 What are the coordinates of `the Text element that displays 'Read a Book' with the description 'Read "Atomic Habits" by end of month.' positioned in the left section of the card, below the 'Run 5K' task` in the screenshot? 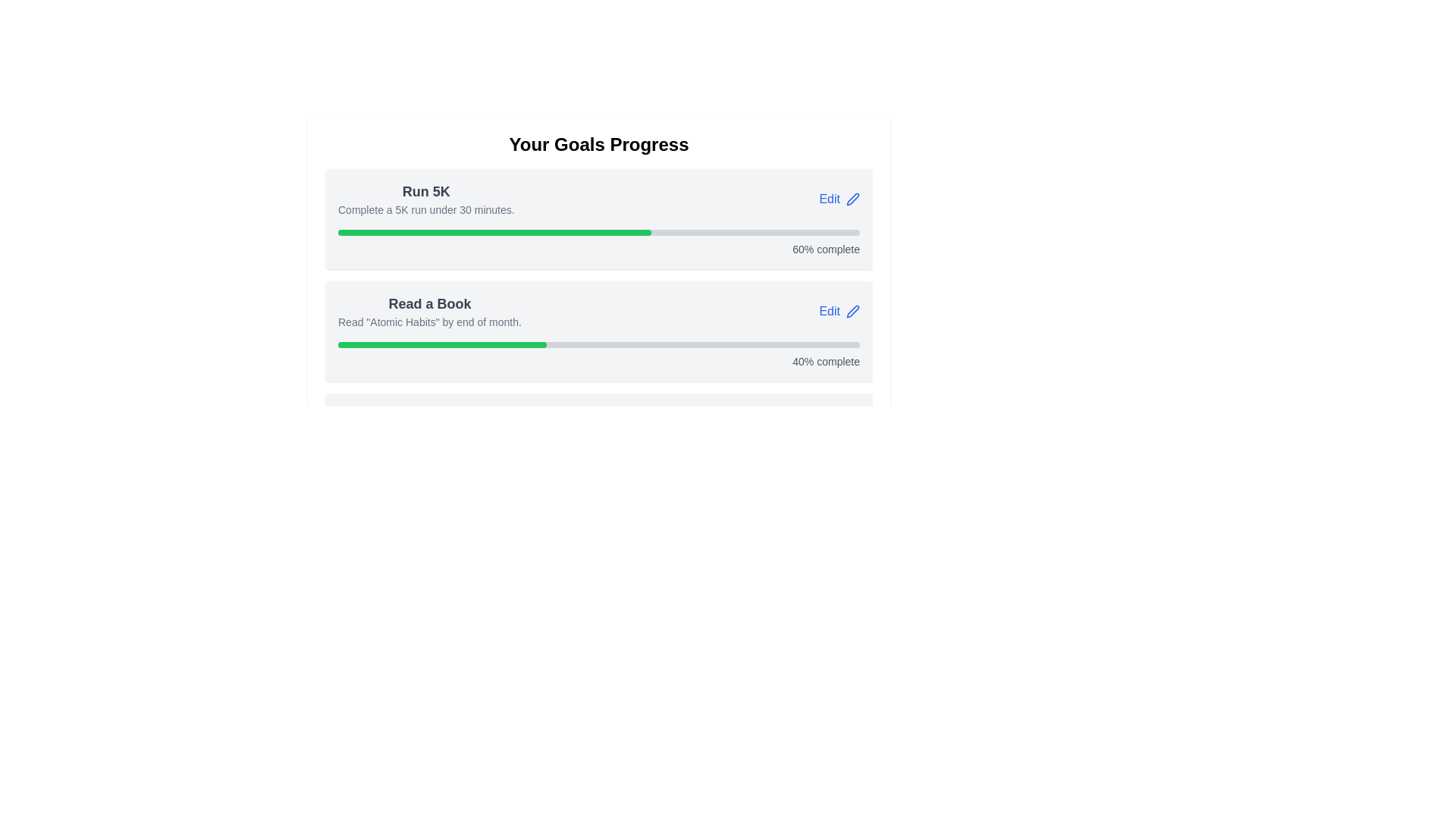 It's located at (428, 311).